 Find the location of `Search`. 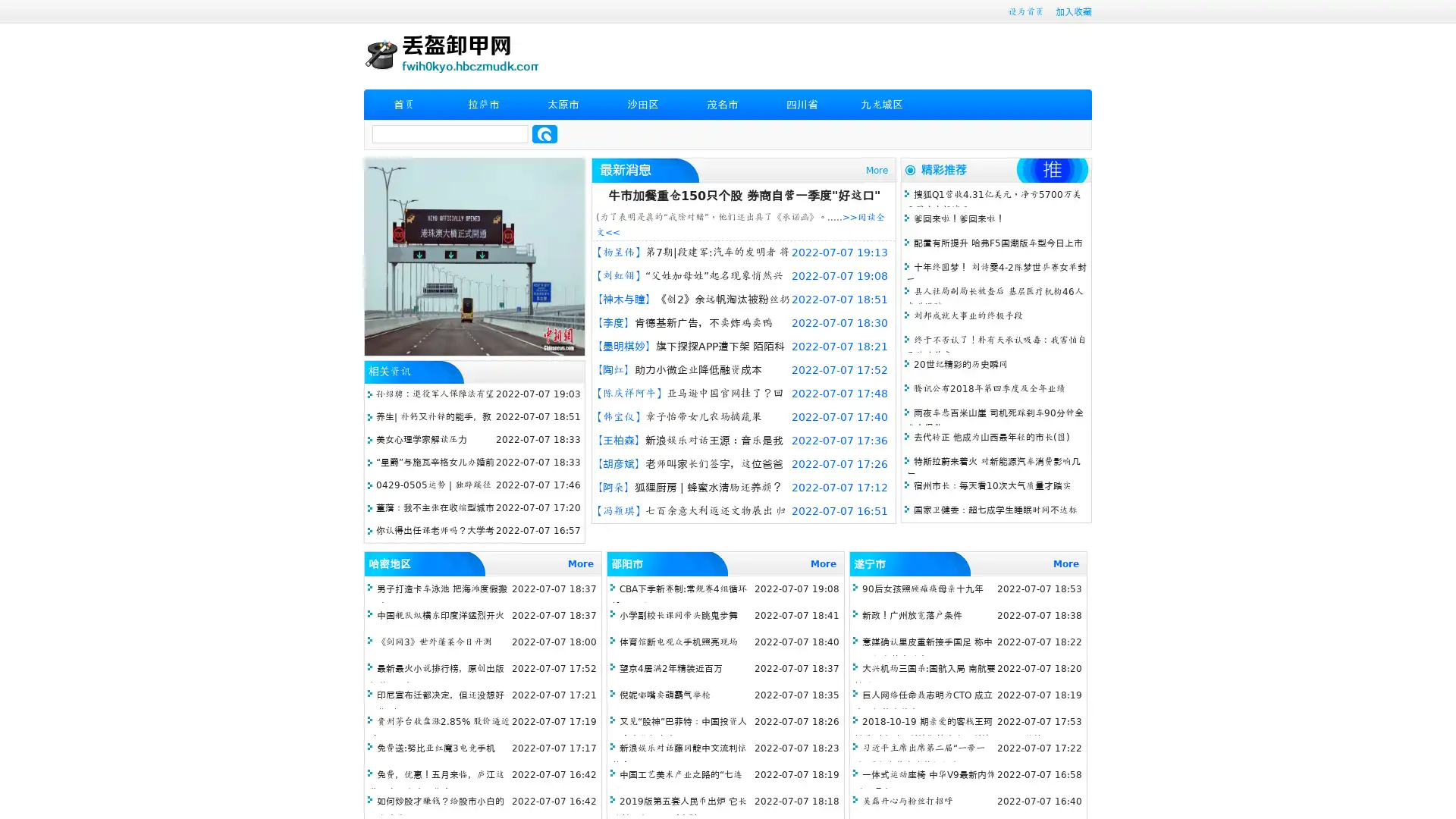

Search is located at coordinates (544, 133).